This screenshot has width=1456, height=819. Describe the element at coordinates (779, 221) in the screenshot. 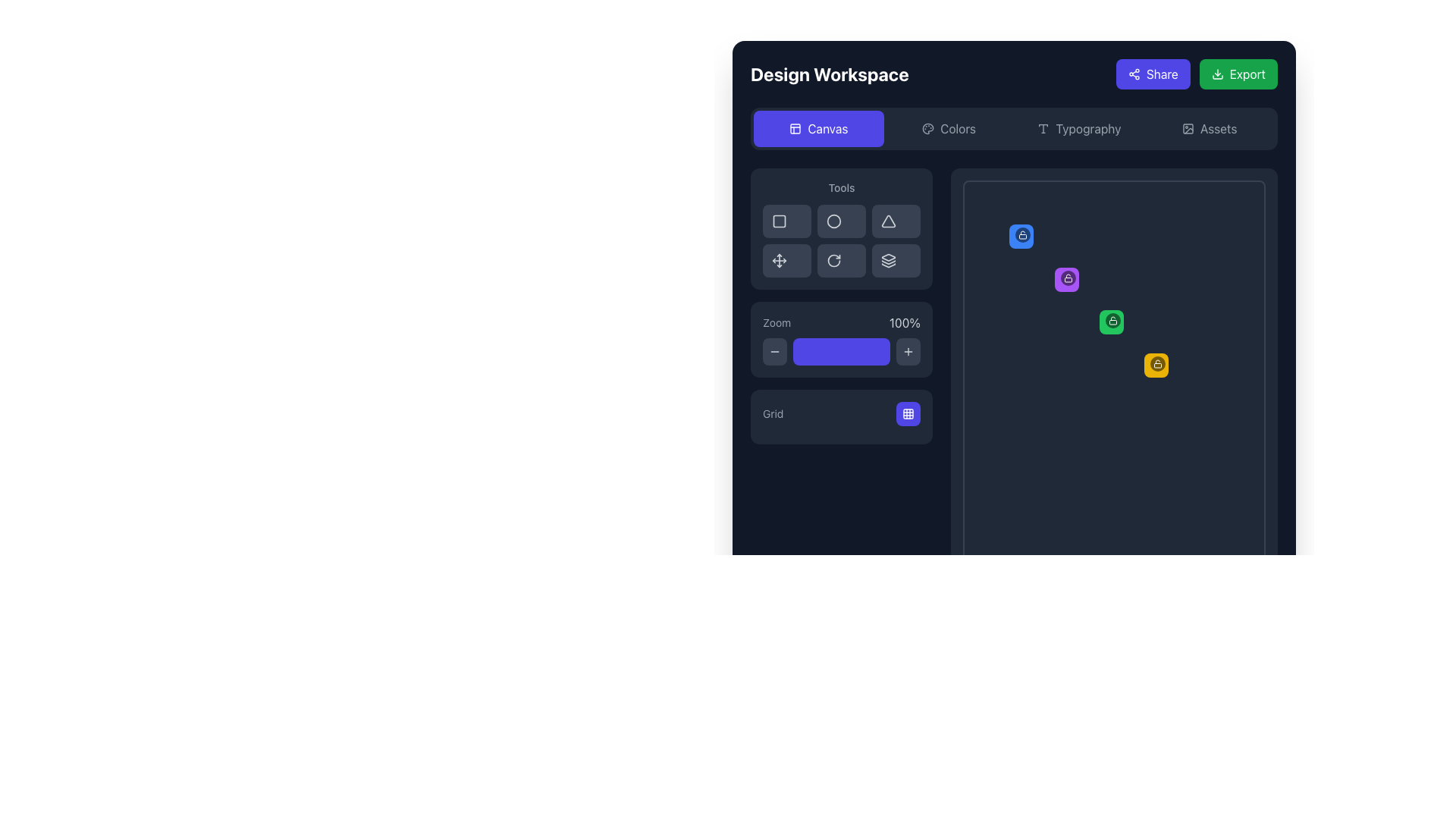

I see `the square-shaped icon button with a bordered outline, styled in light-gray, located in the left section of the interface as the first item in the group of tool icons` at that location.